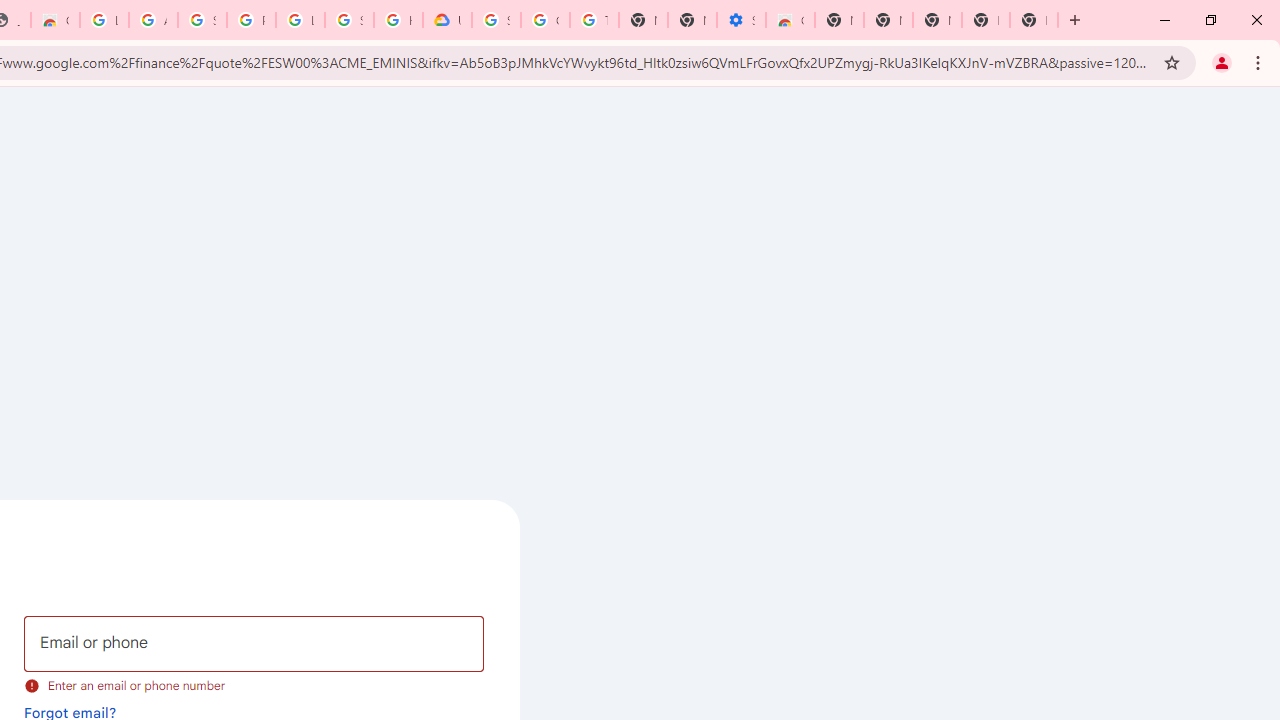 The height and width of the screenshot is (720, 1280). Describe the element at coordinates (789, 20) in the screenshot. I see `'Chrome Web Store - Accessibility extensions'` at that location.